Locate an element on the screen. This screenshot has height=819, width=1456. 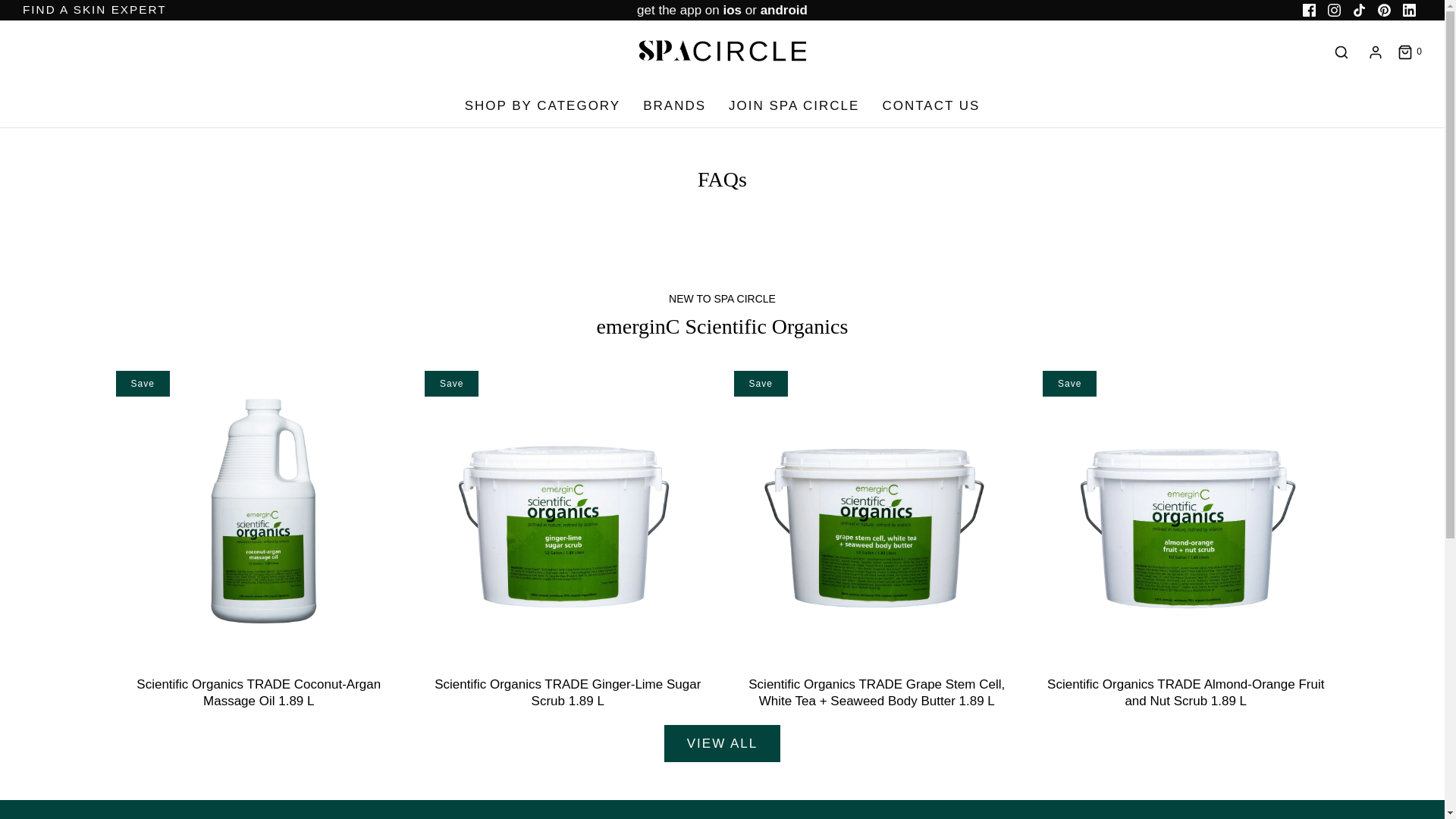
'0' is located at coordinates (1395, 52).